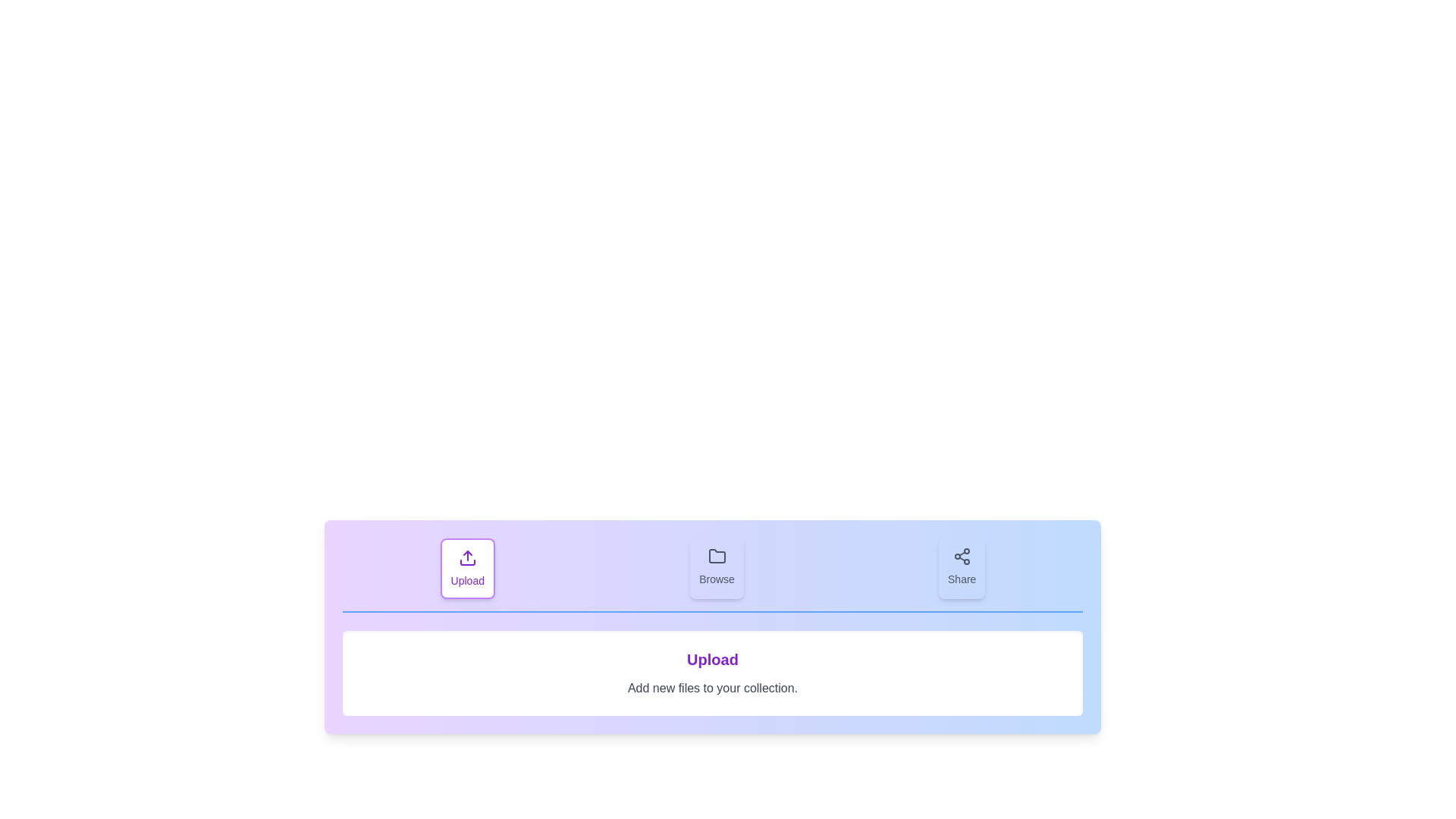 Image resolution: width=1456 pixels, height=819 pixels. What do you see at coordinates (961, 568) in the screenshot?
I see `the Share tab` at bounding box center [961, 568].